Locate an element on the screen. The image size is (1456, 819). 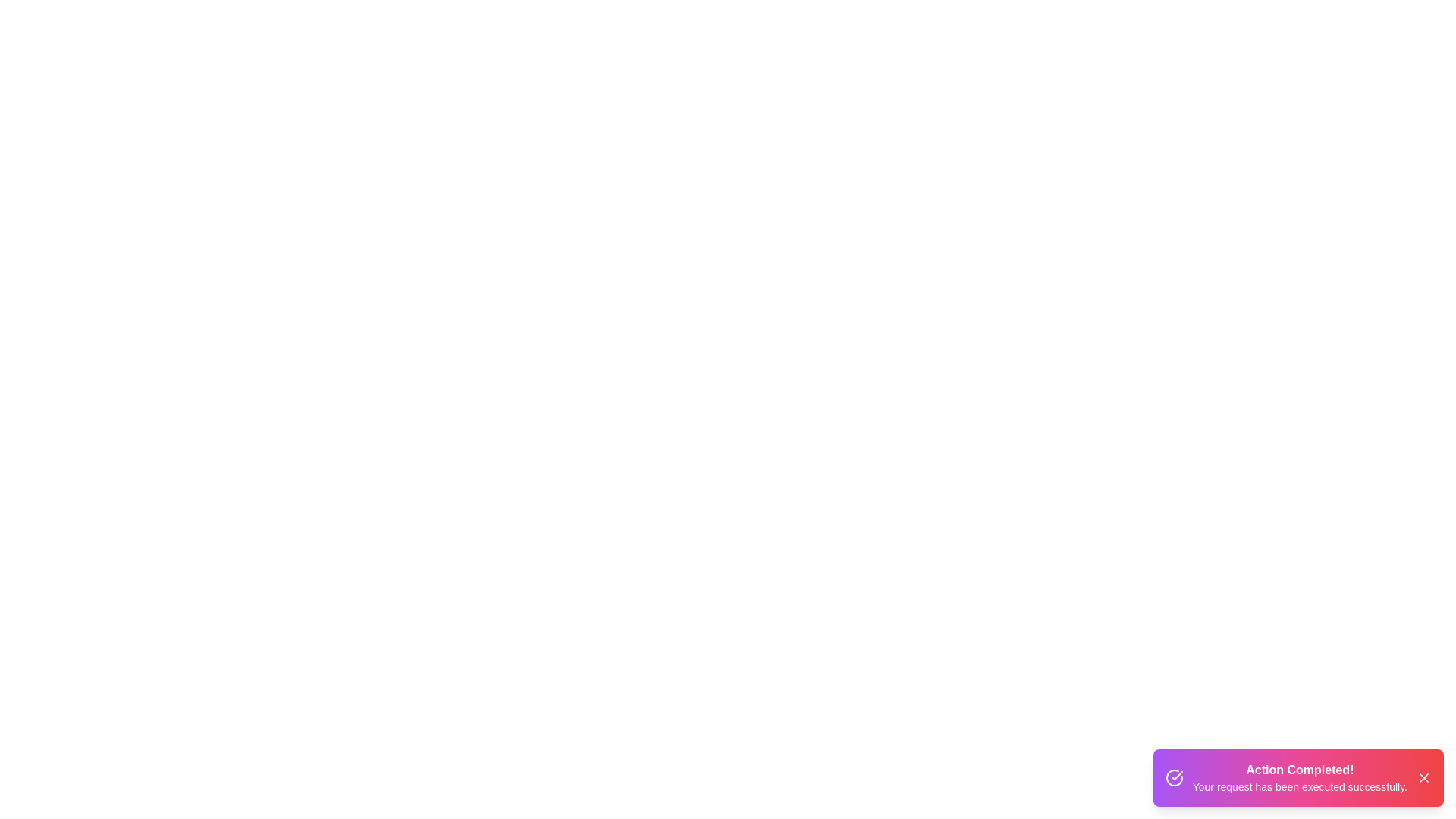
the status notification text display area located near the bottom right of the interface, which informs users about the successful execution of an action is located at coordinates (1299, 778).